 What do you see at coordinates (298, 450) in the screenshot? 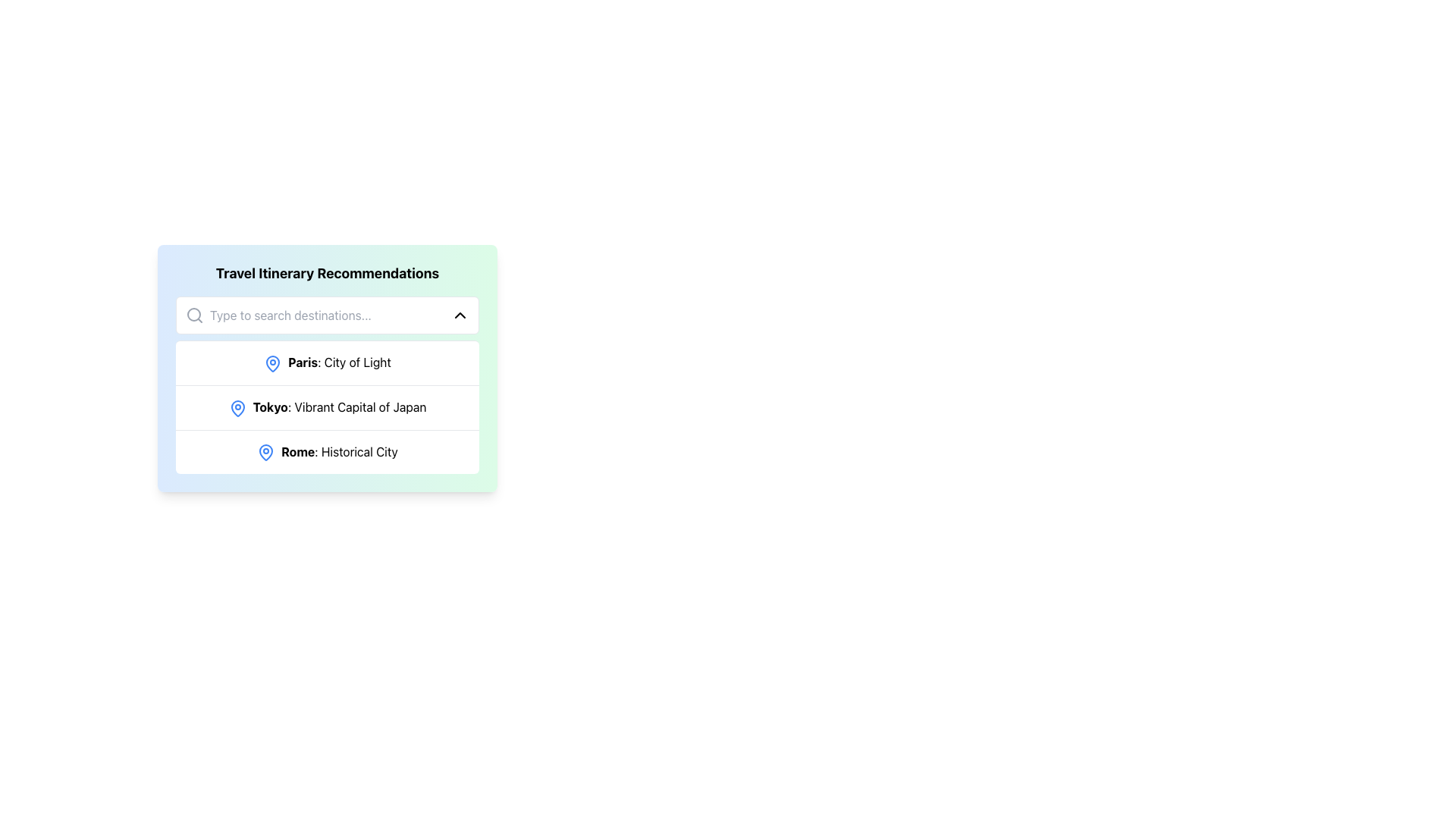
I see `the bolded text label for 'Rome: Historical City' in the third row of the 'Travel Itinerary Recommendations' list` at bounding box center [298, 450].